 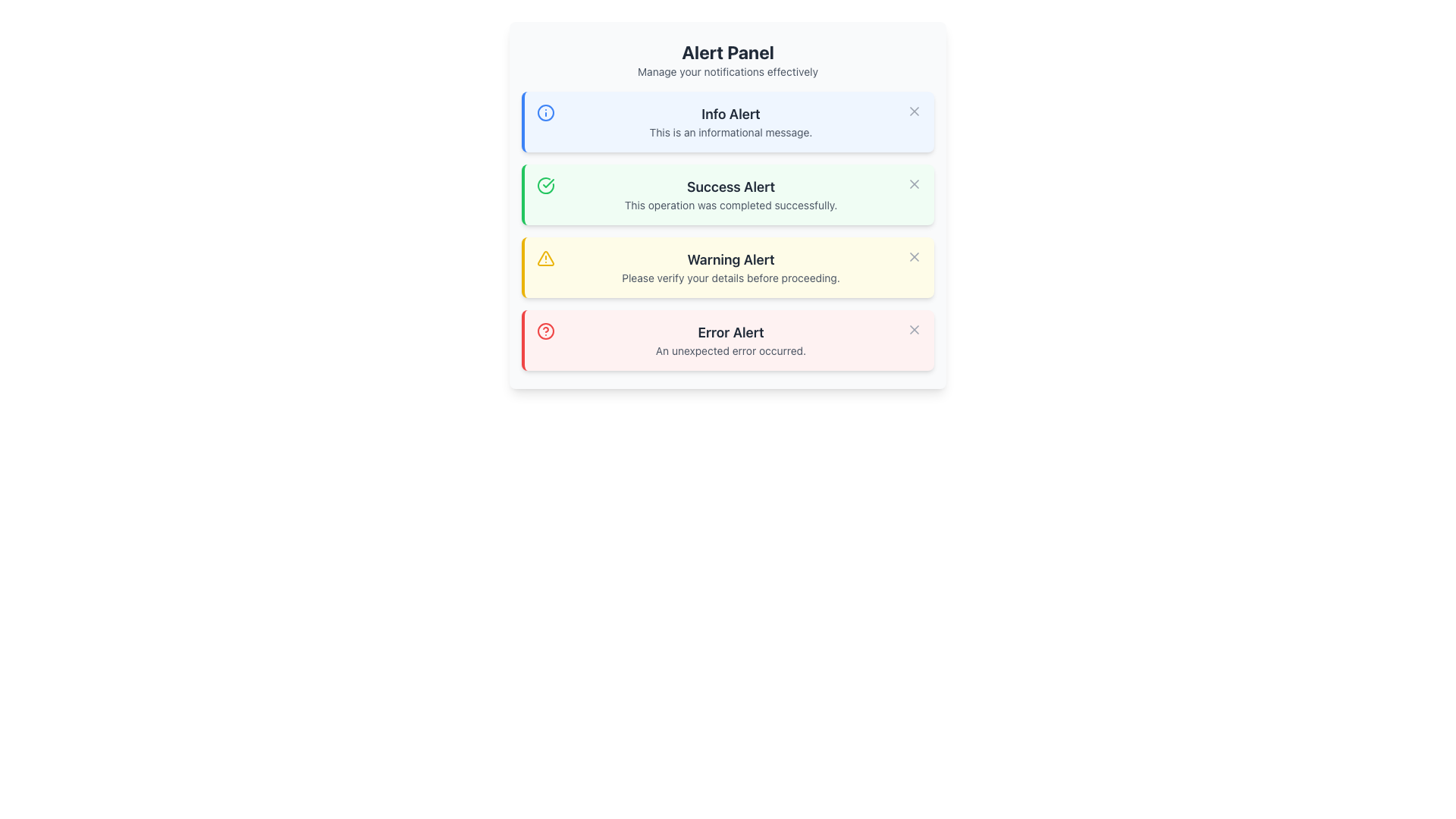 I want to click on the triangular warning icon with a yellow border located in the third alert box labeled 'Warning Alert', which is vertically centered within the alert box, so click(x=546, y=257).